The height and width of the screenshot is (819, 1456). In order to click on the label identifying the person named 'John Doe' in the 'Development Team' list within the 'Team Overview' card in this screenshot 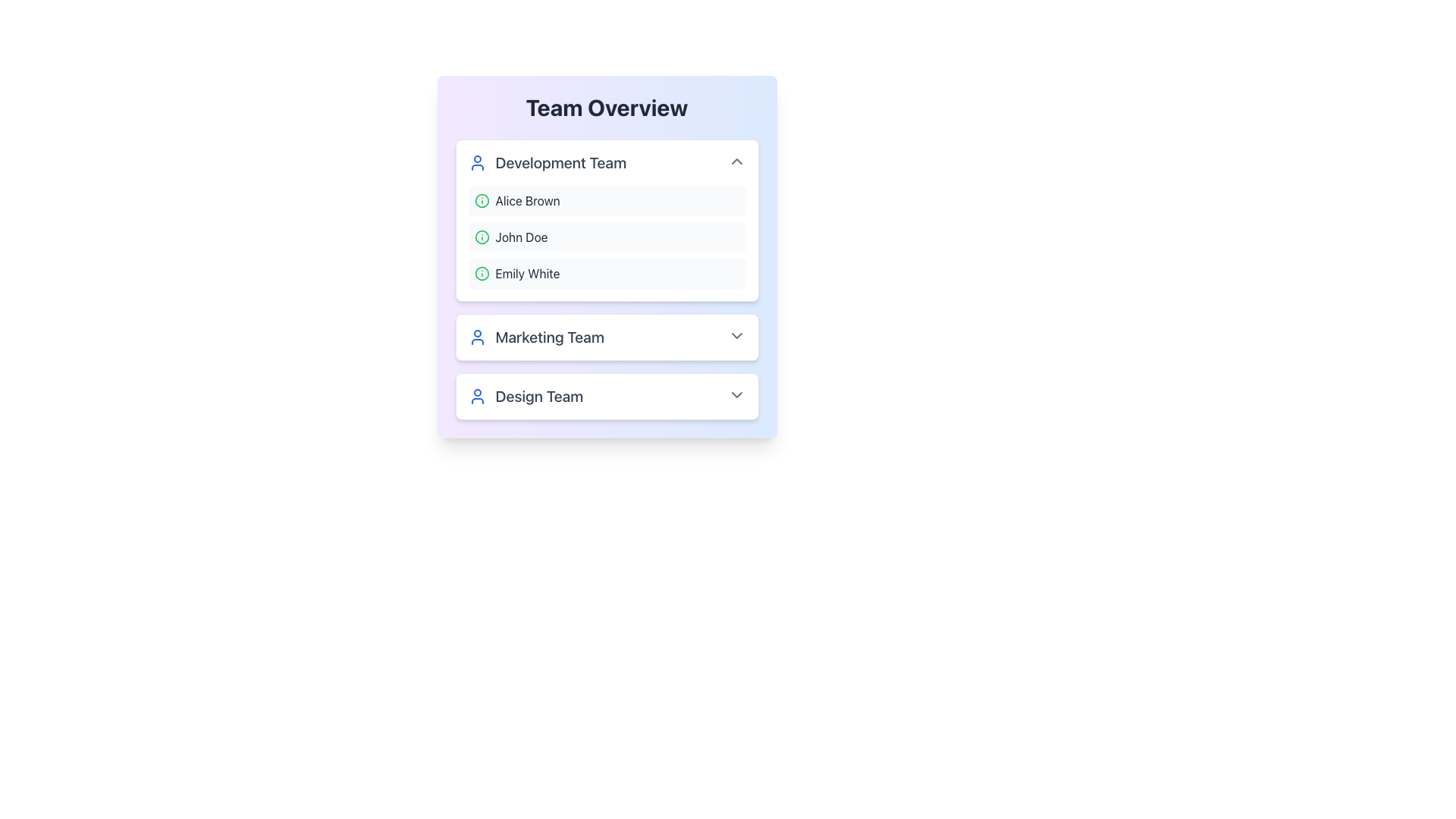, I will do `click(521, 237)`.